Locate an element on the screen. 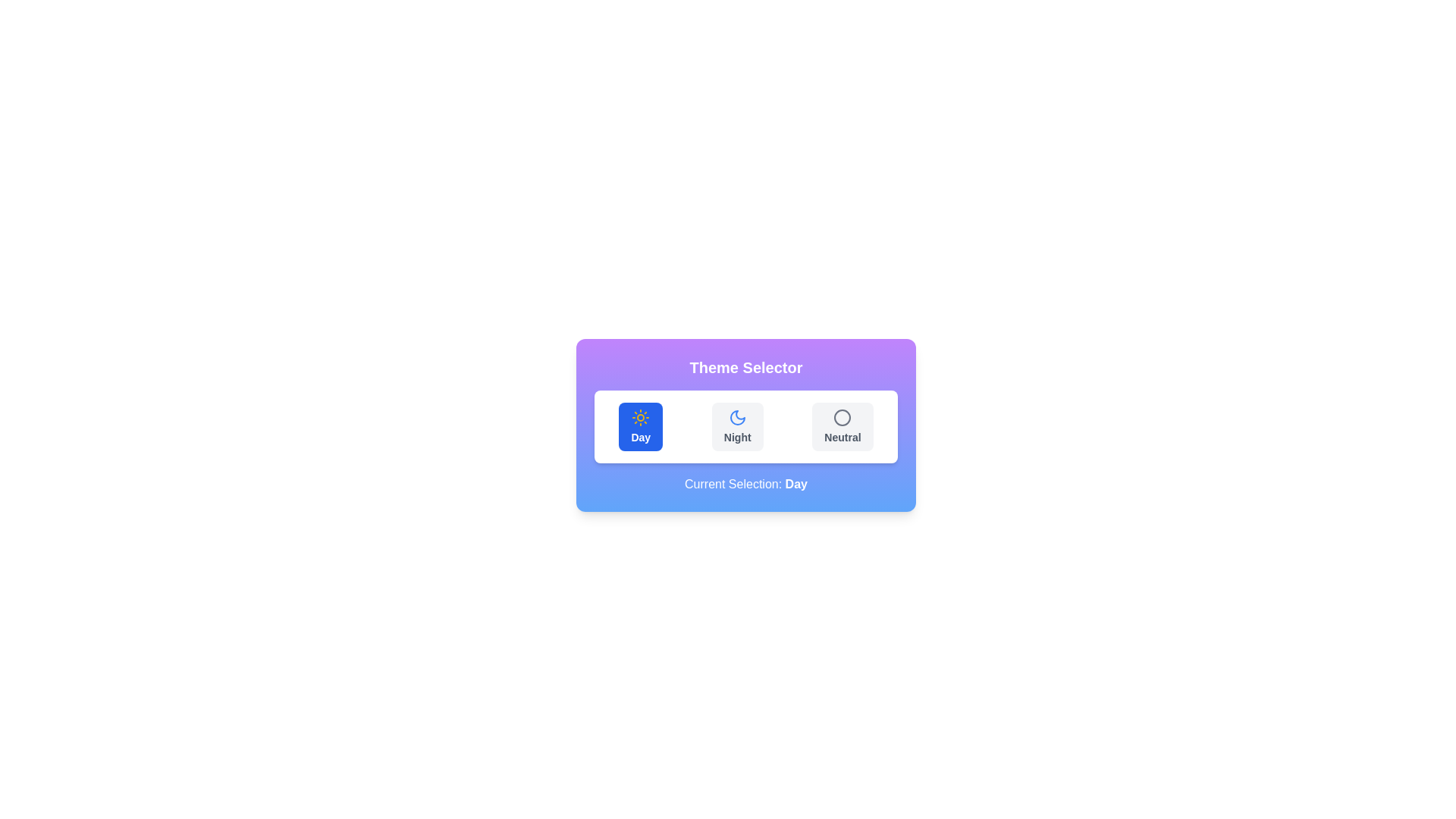 The height and width of the screenshot is (819, 1456). the text label indicating the current selection in the theme selection interface, which shows 'Day' as the selected option is located at coordinates (795, 484).